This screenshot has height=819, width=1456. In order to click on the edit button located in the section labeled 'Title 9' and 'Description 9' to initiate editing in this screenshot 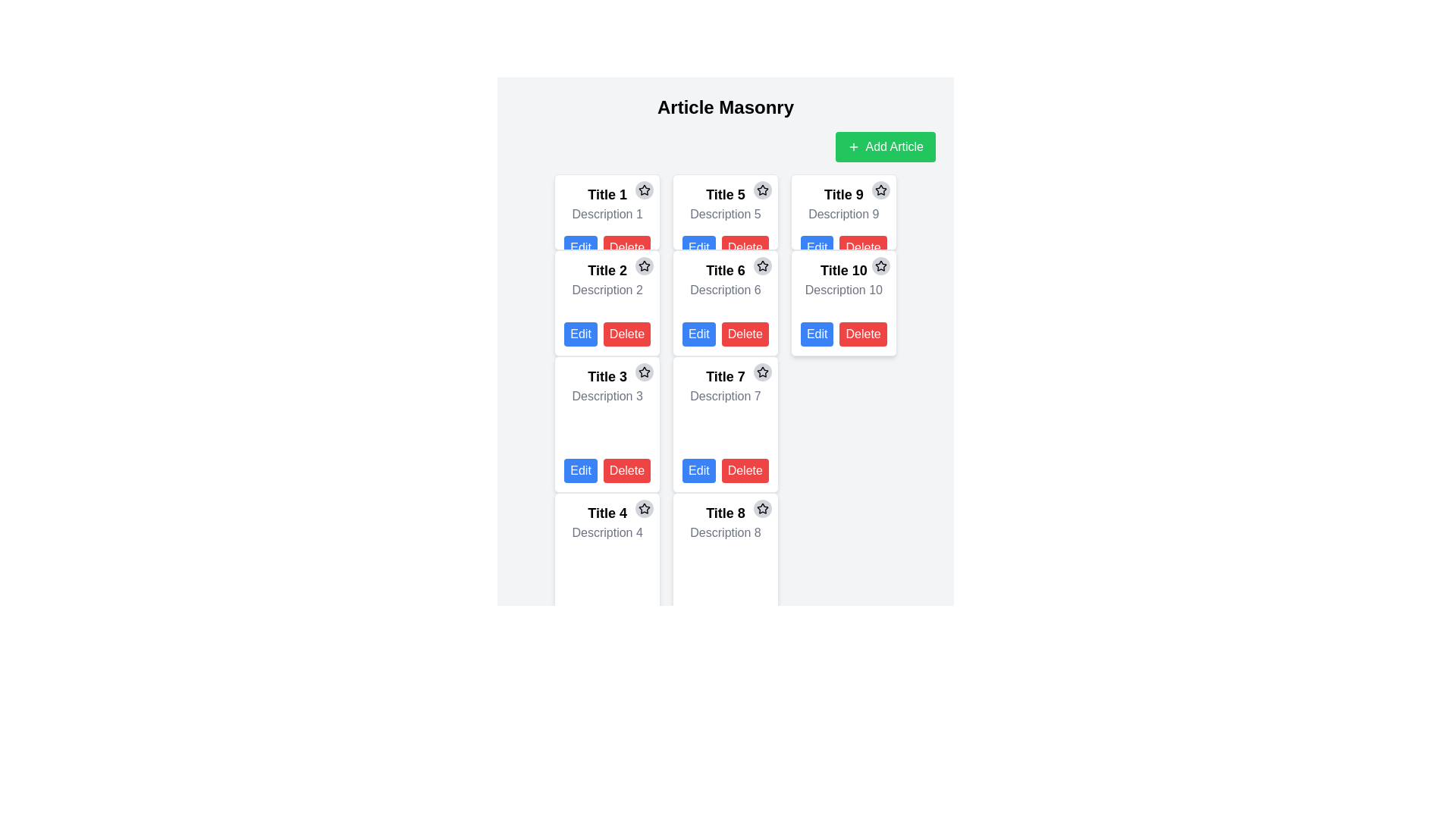, I will do `click(816, 247)`.